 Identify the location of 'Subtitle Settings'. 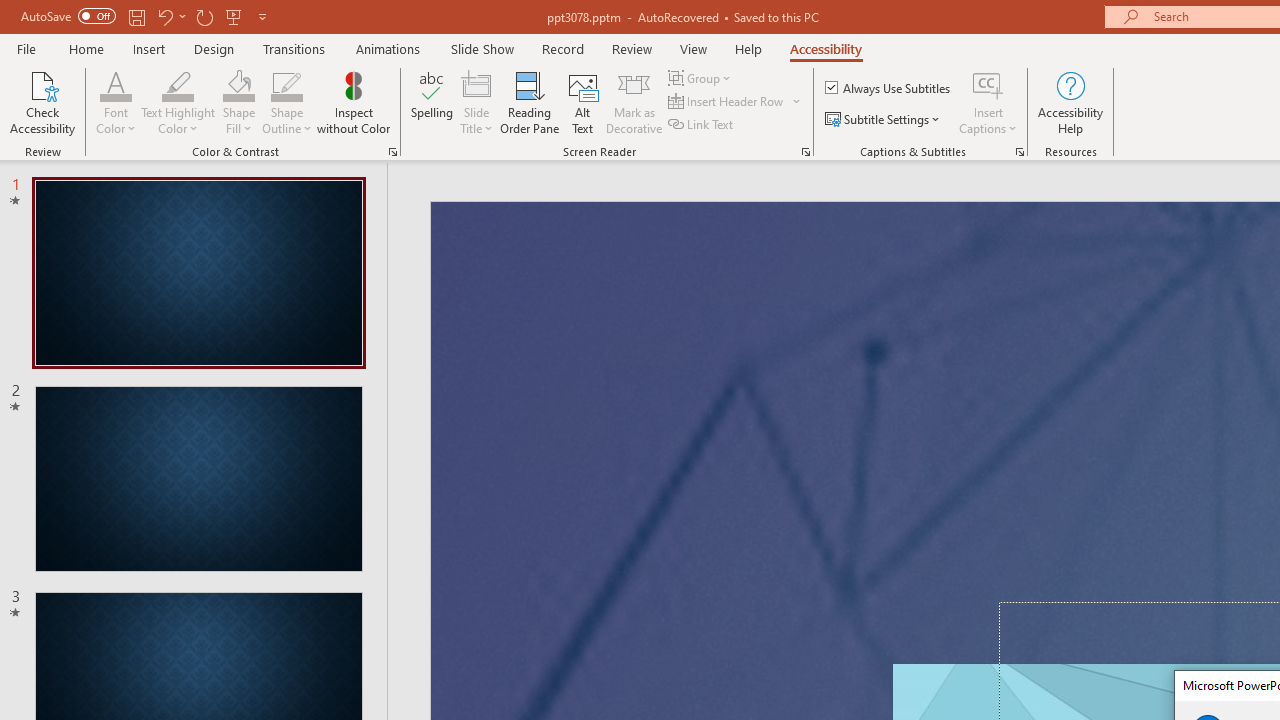
(883, 119).